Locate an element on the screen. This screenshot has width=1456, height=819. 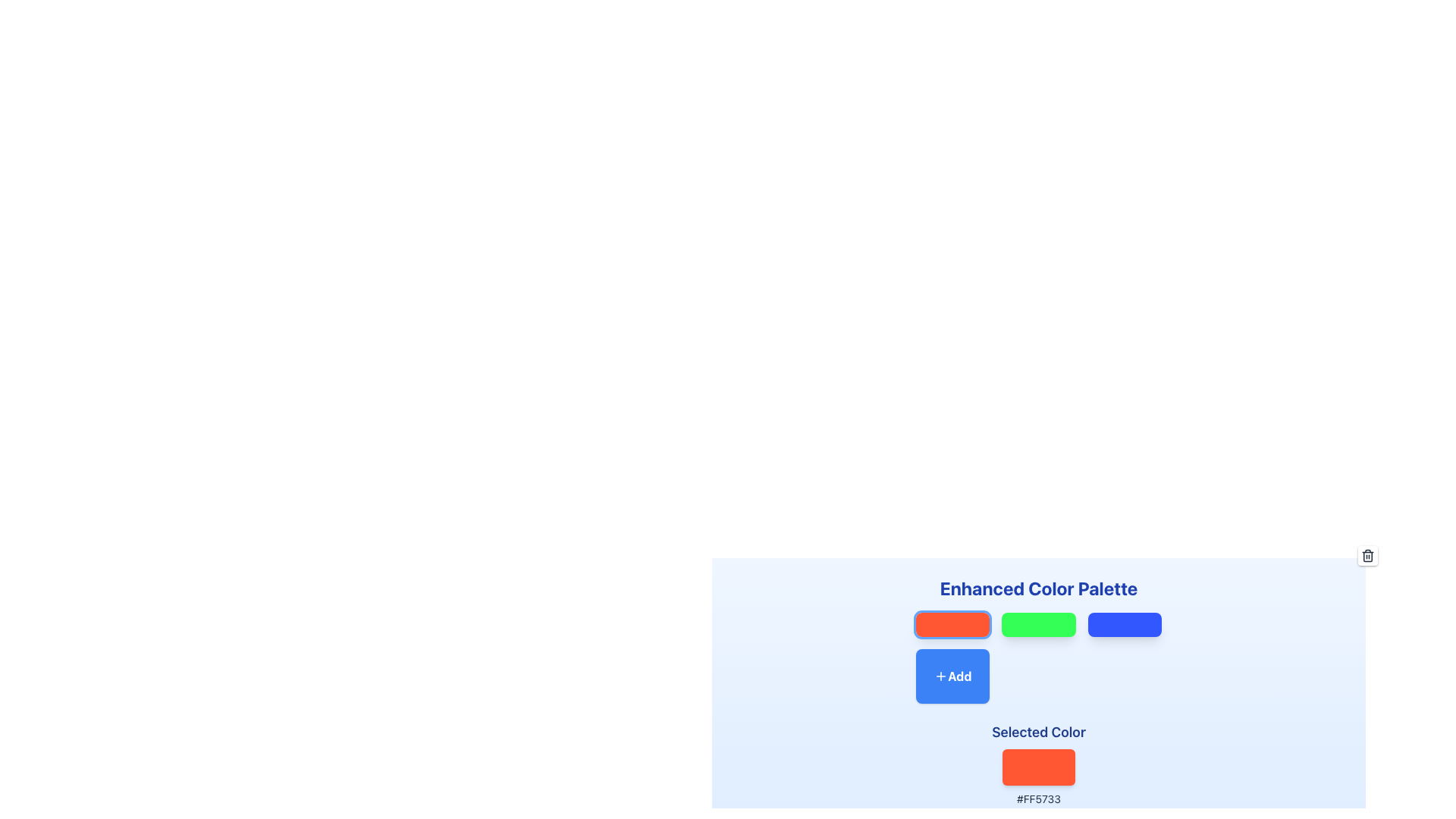
the text element displaying 'Selected Color' in large, bold blue font, positioned at the top of the color palette display is located at coordinates (1037, 731).